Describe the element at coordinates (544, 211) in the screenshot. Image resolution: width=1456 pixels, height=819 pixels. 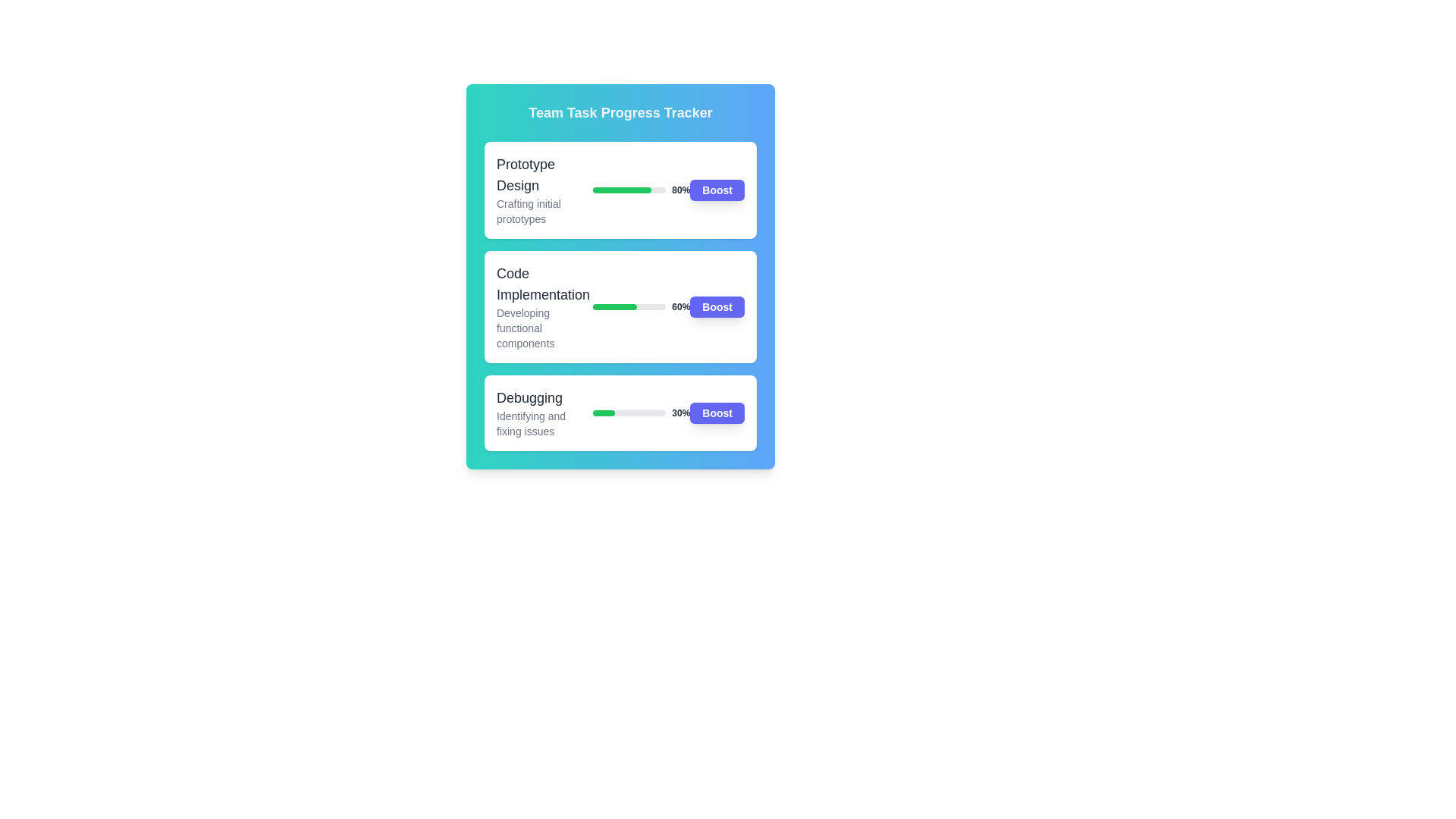
I see `the informational text label providing details about the task titled 'Prototype Design,' which is located below the main heading in the first task box` at that location.